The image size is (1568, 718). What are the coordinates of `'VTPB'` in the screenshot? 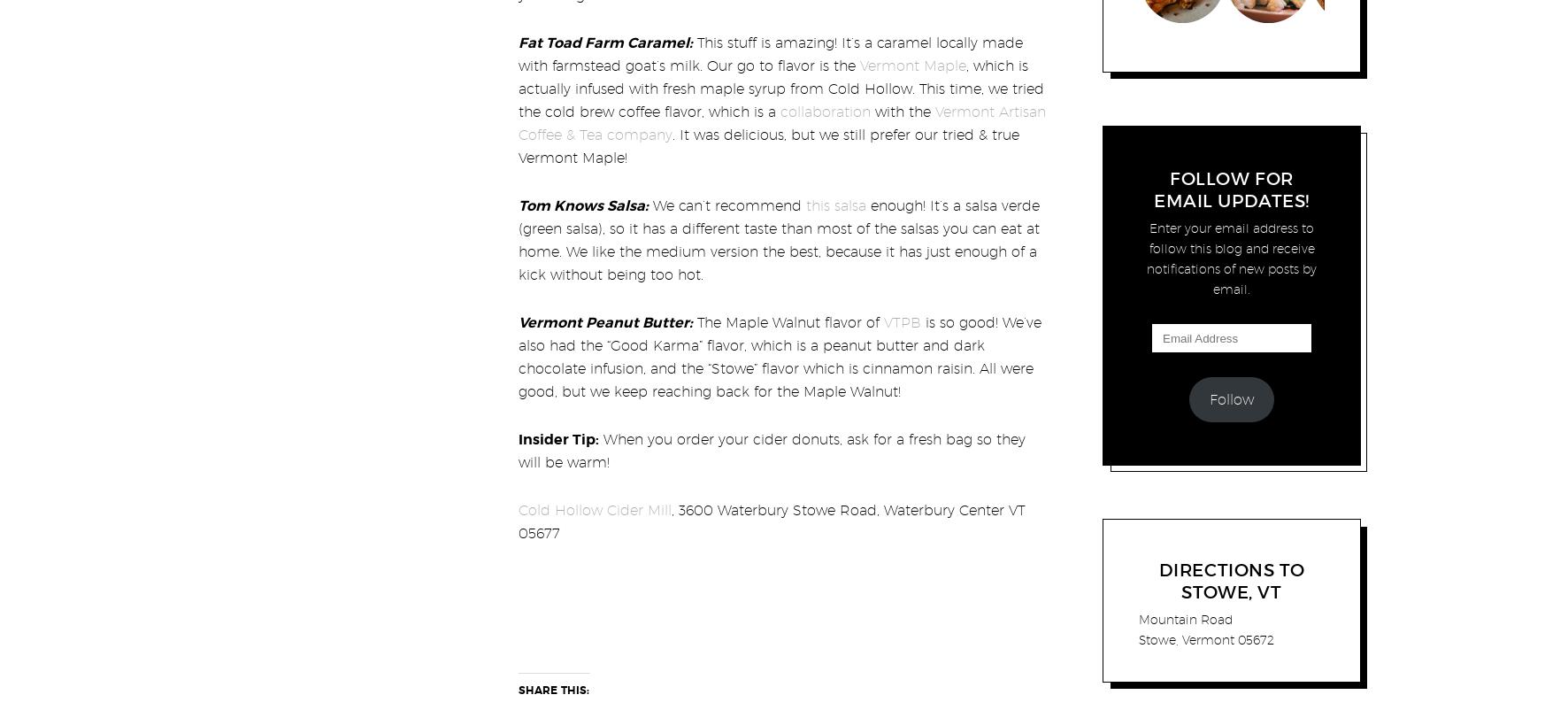 It's located at (902, 322).